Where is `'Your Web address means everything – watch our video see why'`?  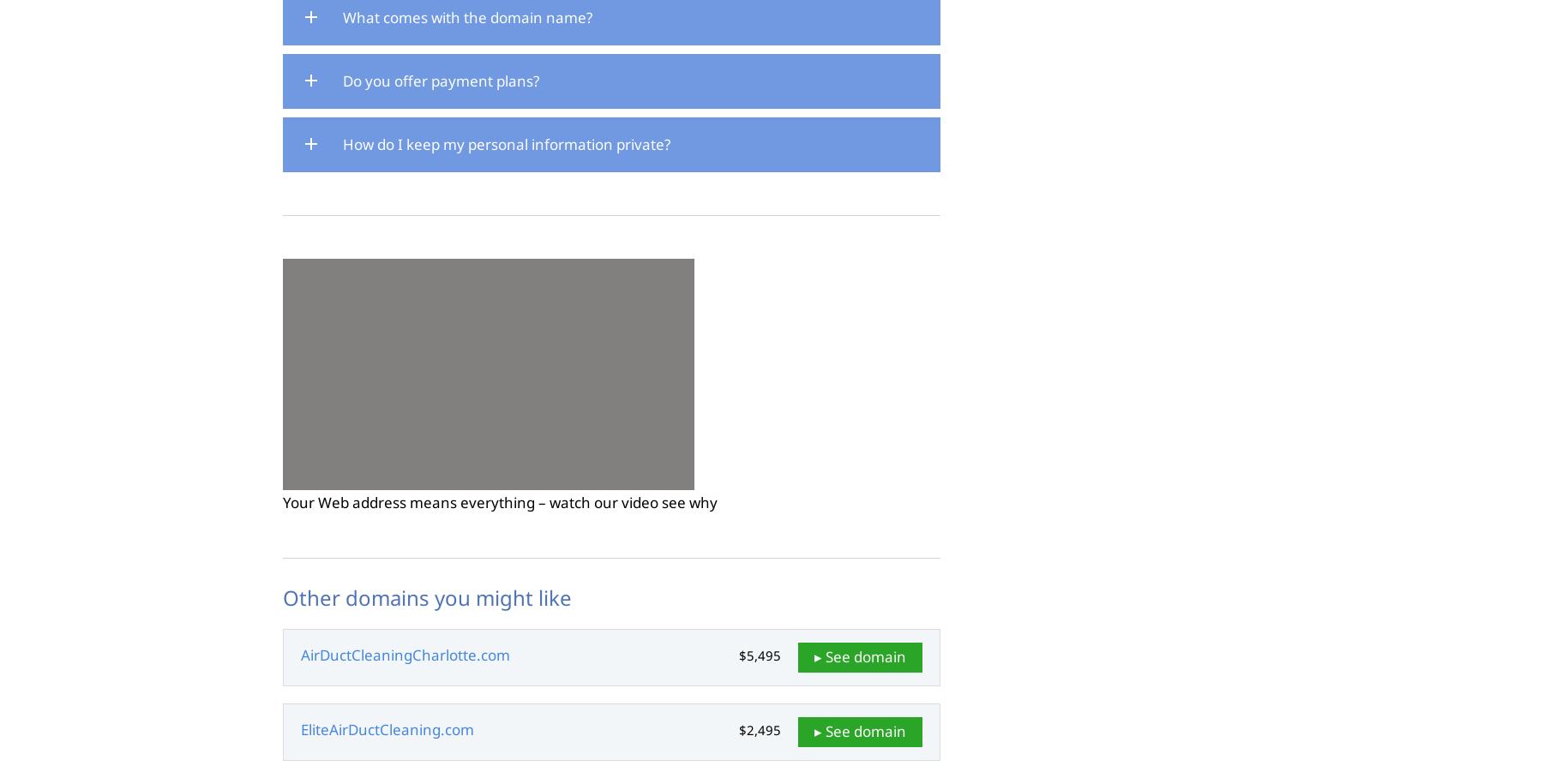
'Your Web address means everything – watch our video see why' is located at coordinates (499, 500).